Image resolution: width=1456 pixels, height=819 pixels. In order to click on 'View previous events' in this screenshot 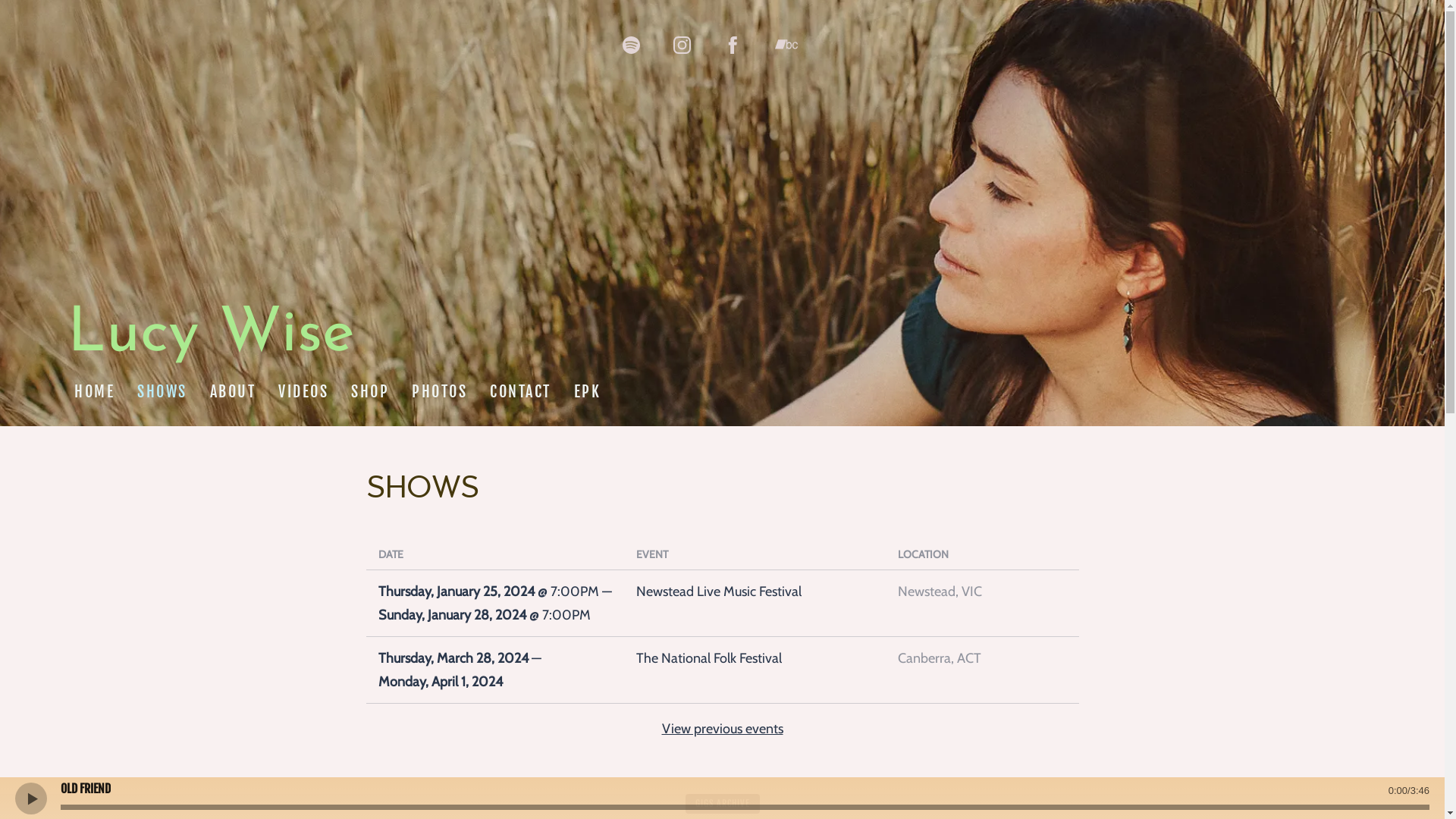, I will do `click(661, 727)`.